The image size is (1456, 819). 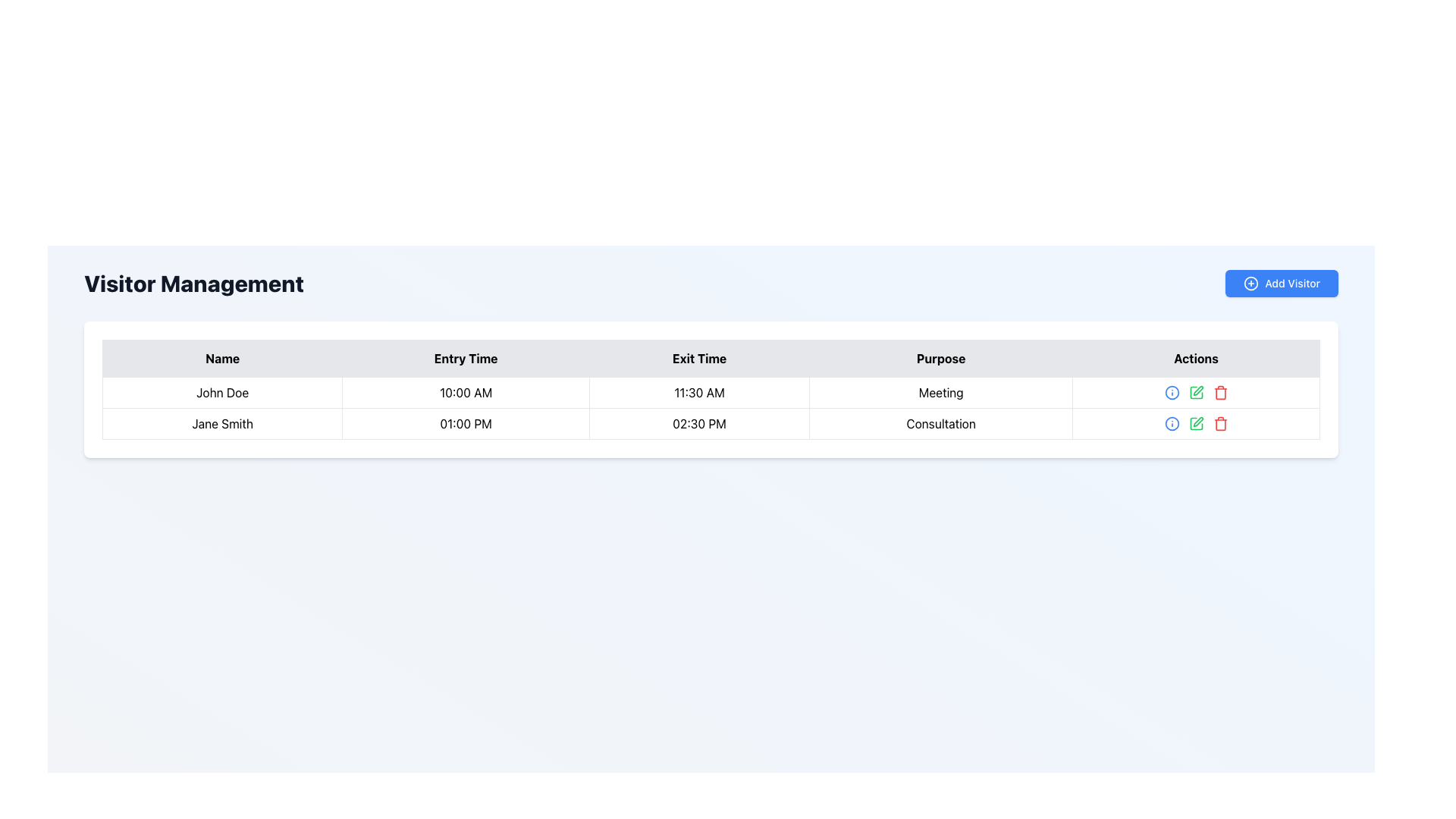 What do you see at coordinates (1220, 424) in the screenshot?
I see `the delete button located in the last column labeled 'Actions' in the second row of the table` at bounding box center [1220, 424].